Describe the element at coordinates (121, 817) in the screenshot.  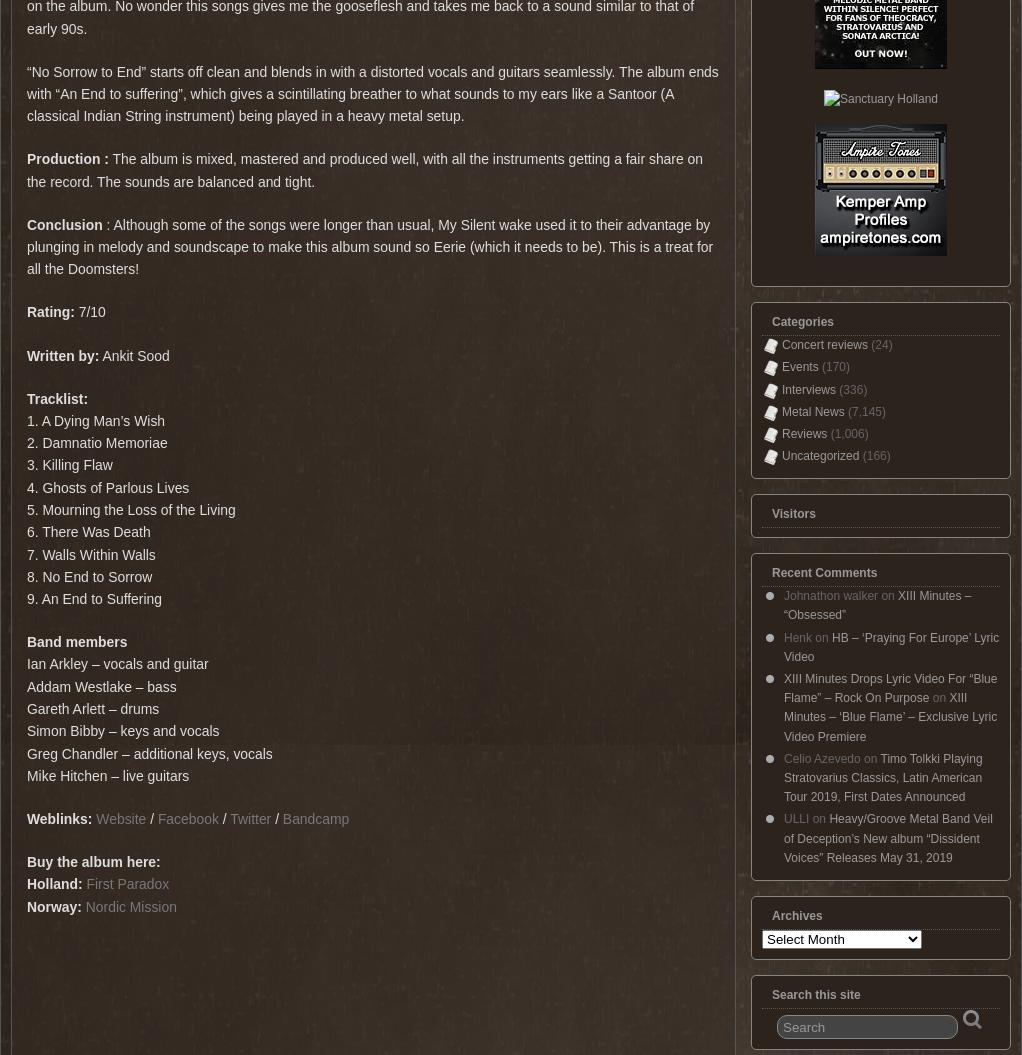
I see `'Website'` at that location.